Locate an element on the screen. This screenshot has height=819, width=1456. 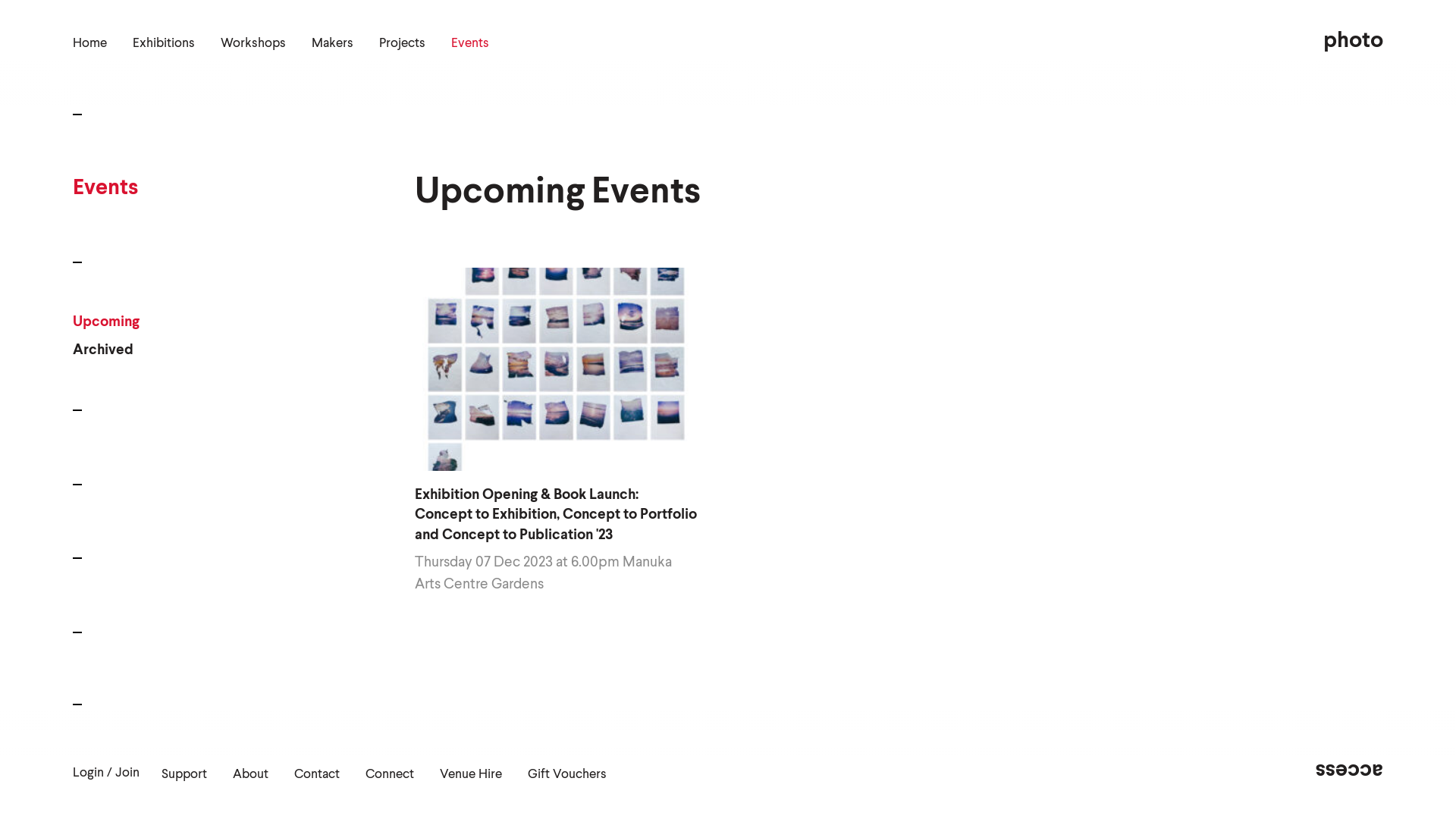
'Upcoming' is located at coordinates (105, 321).